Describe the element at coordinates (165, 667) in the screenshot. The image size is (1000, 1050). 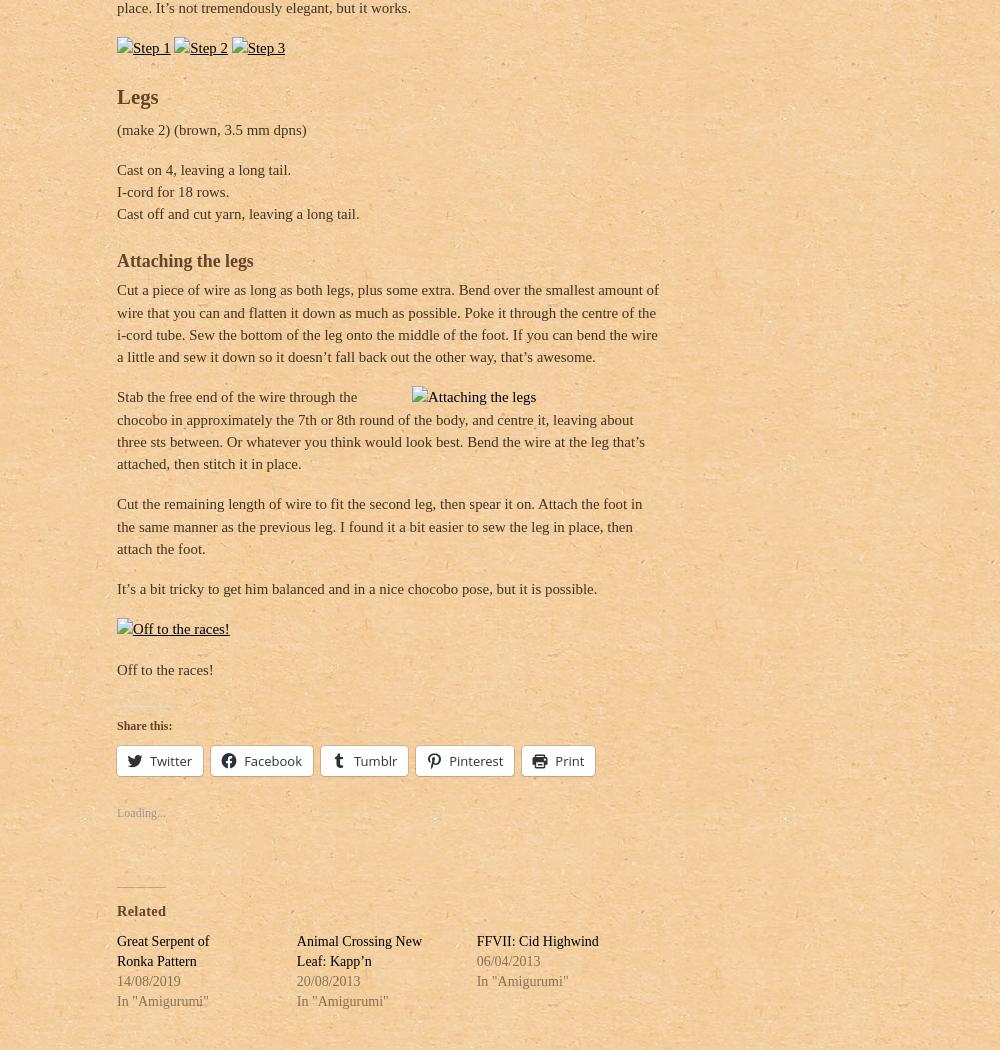
I see `'Off to the races!'` at that location.